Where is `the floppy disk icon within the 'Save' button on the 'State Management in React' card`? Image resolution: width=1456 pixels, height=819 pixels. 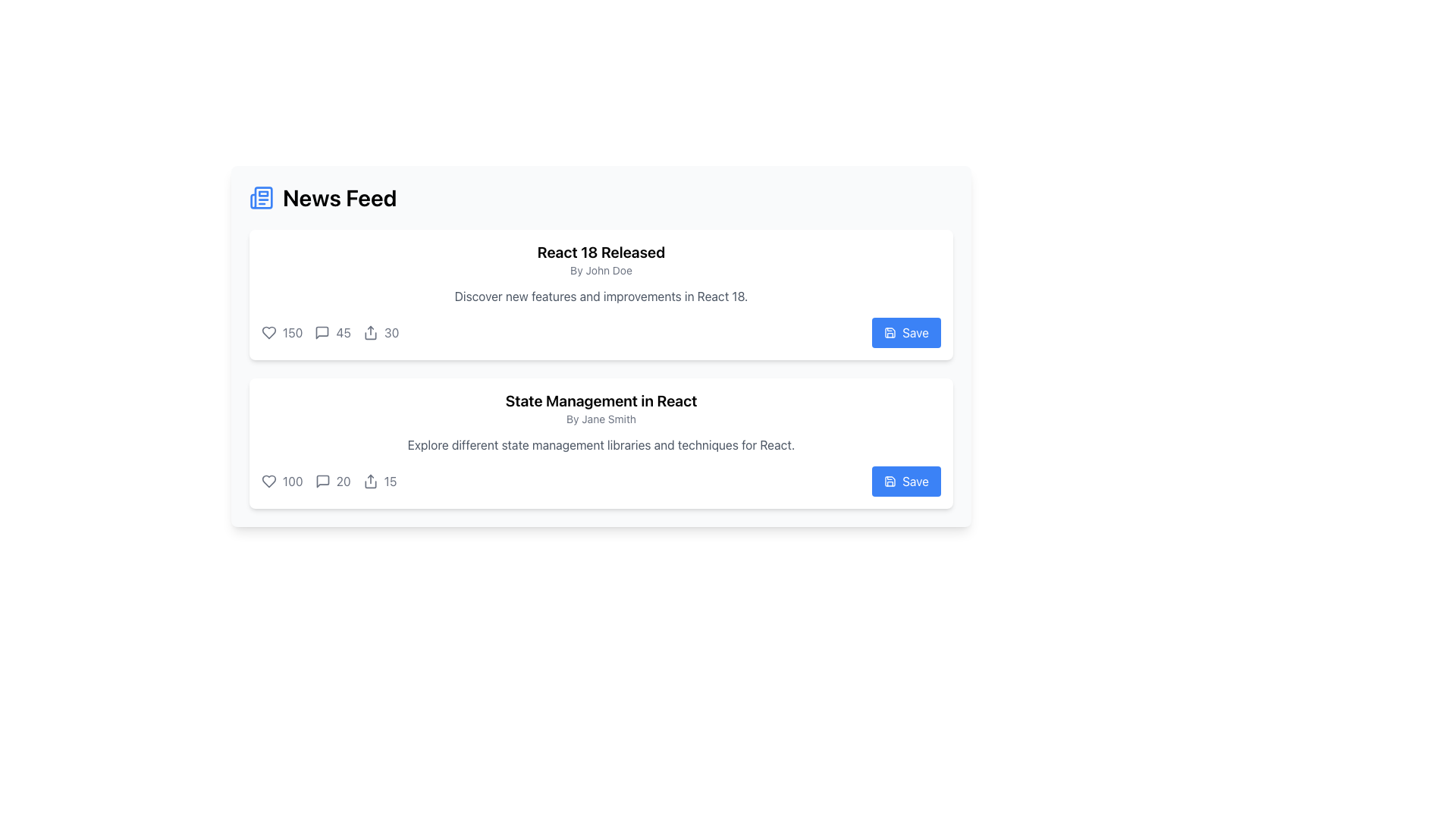
the floppy disk icon within the 'Save' button on the 'State Management in React' card is located at coordinates (890, 482).